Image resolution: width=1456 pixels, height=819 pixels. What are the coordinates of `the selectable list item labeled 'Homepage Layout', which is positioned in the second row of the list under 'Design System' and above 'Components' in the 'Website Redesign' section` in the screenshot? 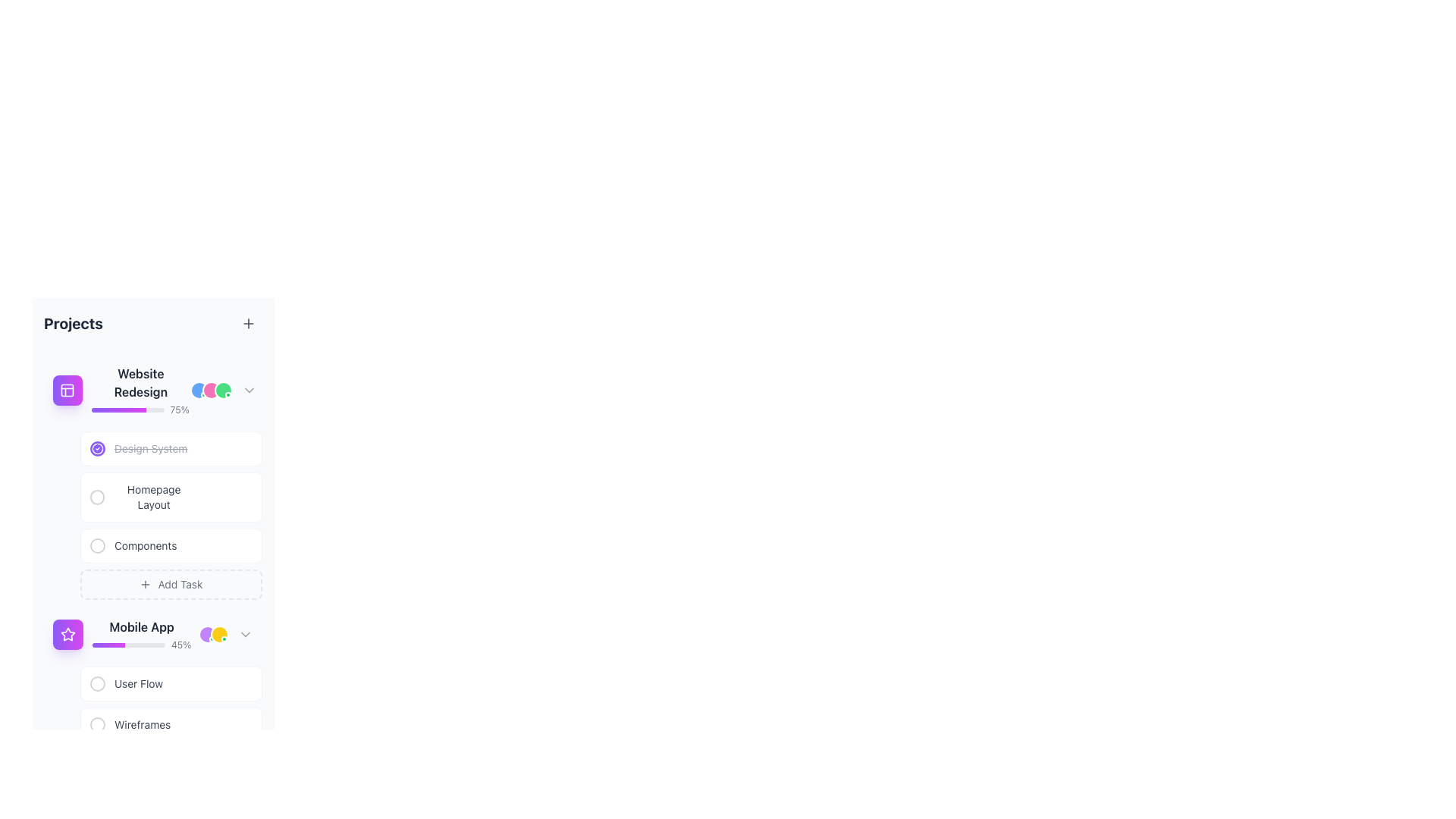 It's located at (171, 514).